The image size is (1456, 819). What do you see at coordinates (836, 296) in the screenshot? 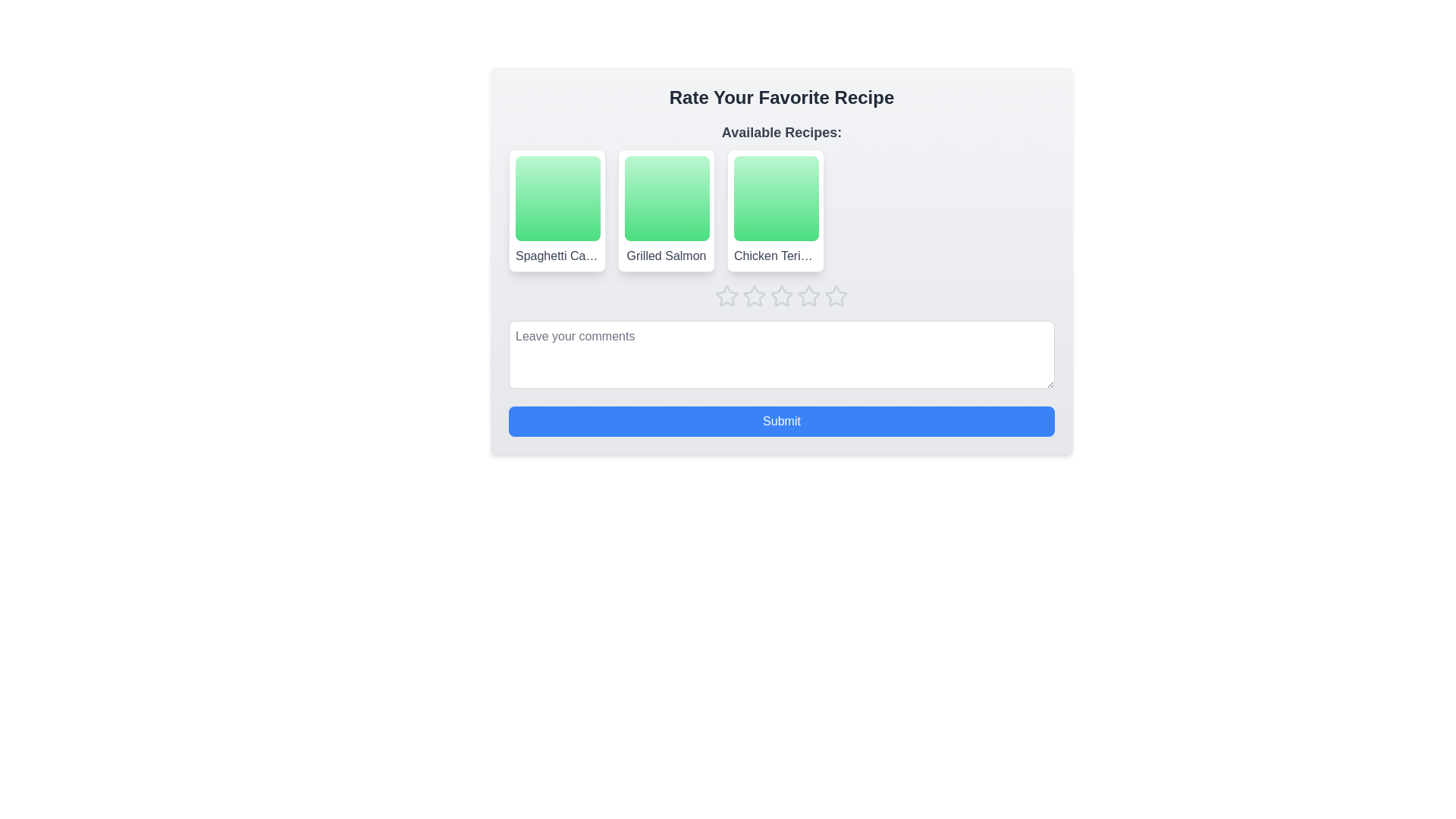
I see `the fifth star in the rating system below the 'Chicken Teriyaki' recipe card` at bounding box center [836, 296].